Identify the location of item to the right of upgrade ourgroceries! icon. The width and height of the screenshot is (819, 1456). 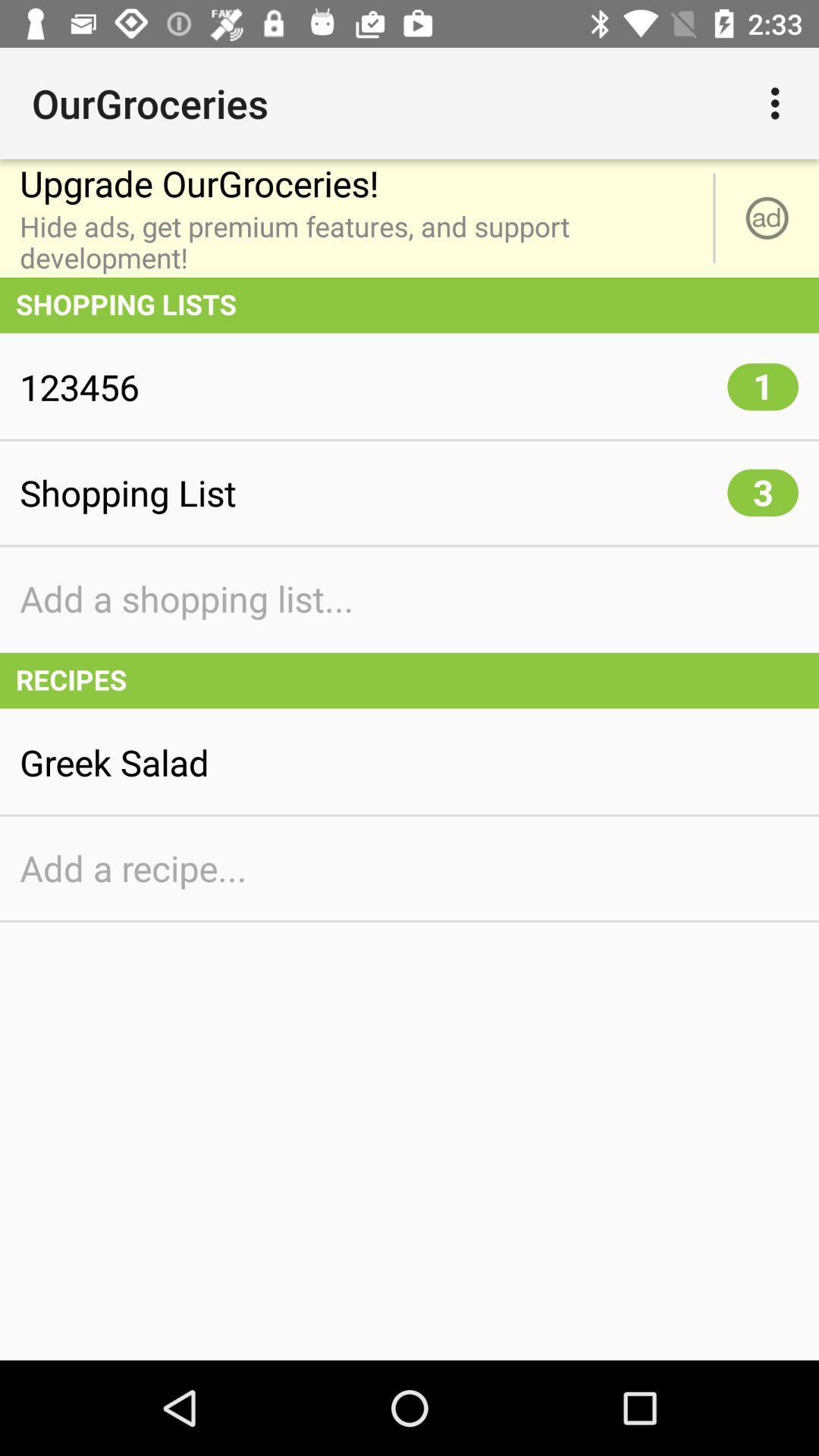
(779, 102).